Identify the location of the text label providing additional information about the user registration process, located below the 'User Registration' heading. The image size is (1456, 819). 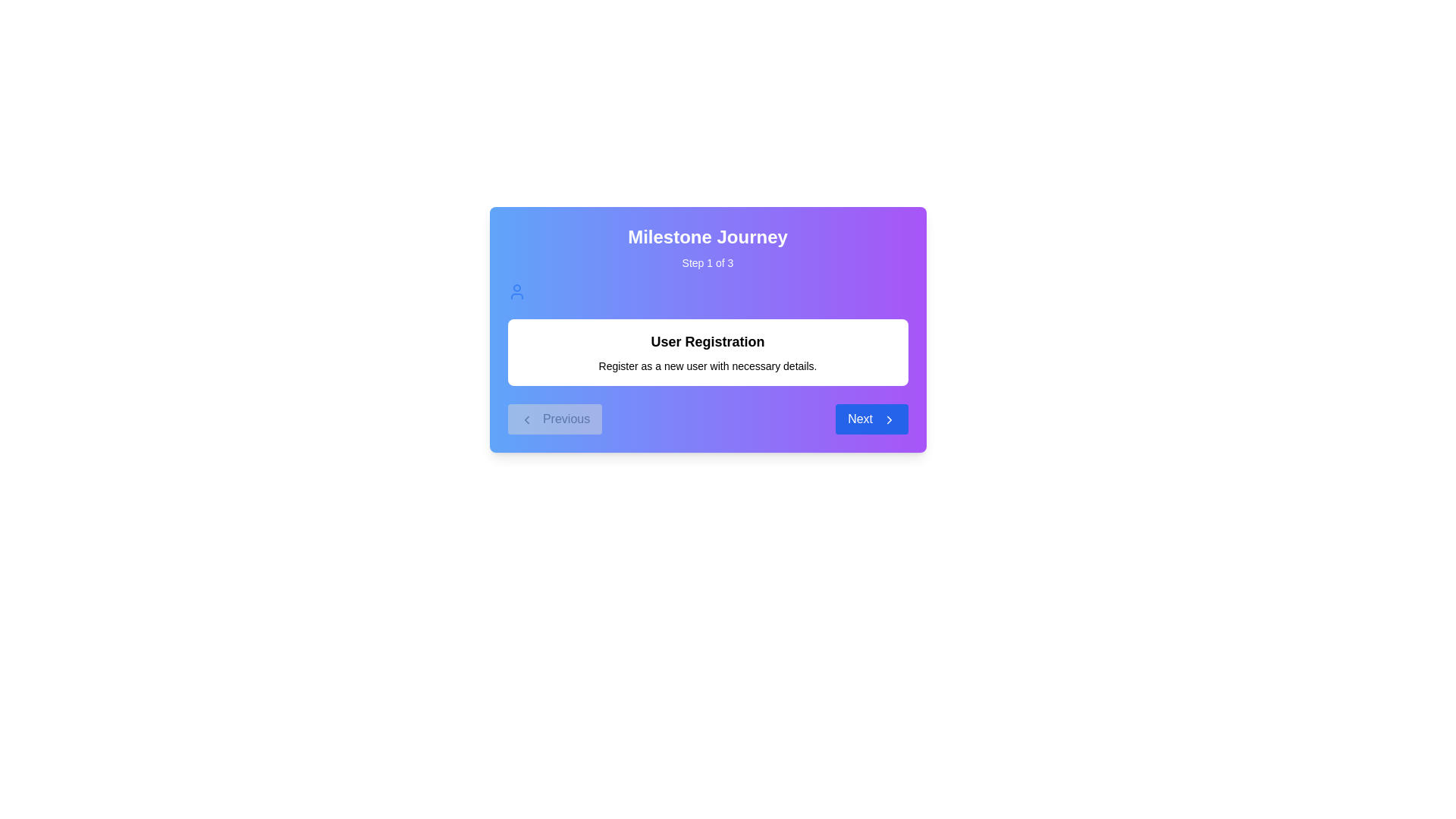
(707, 366).